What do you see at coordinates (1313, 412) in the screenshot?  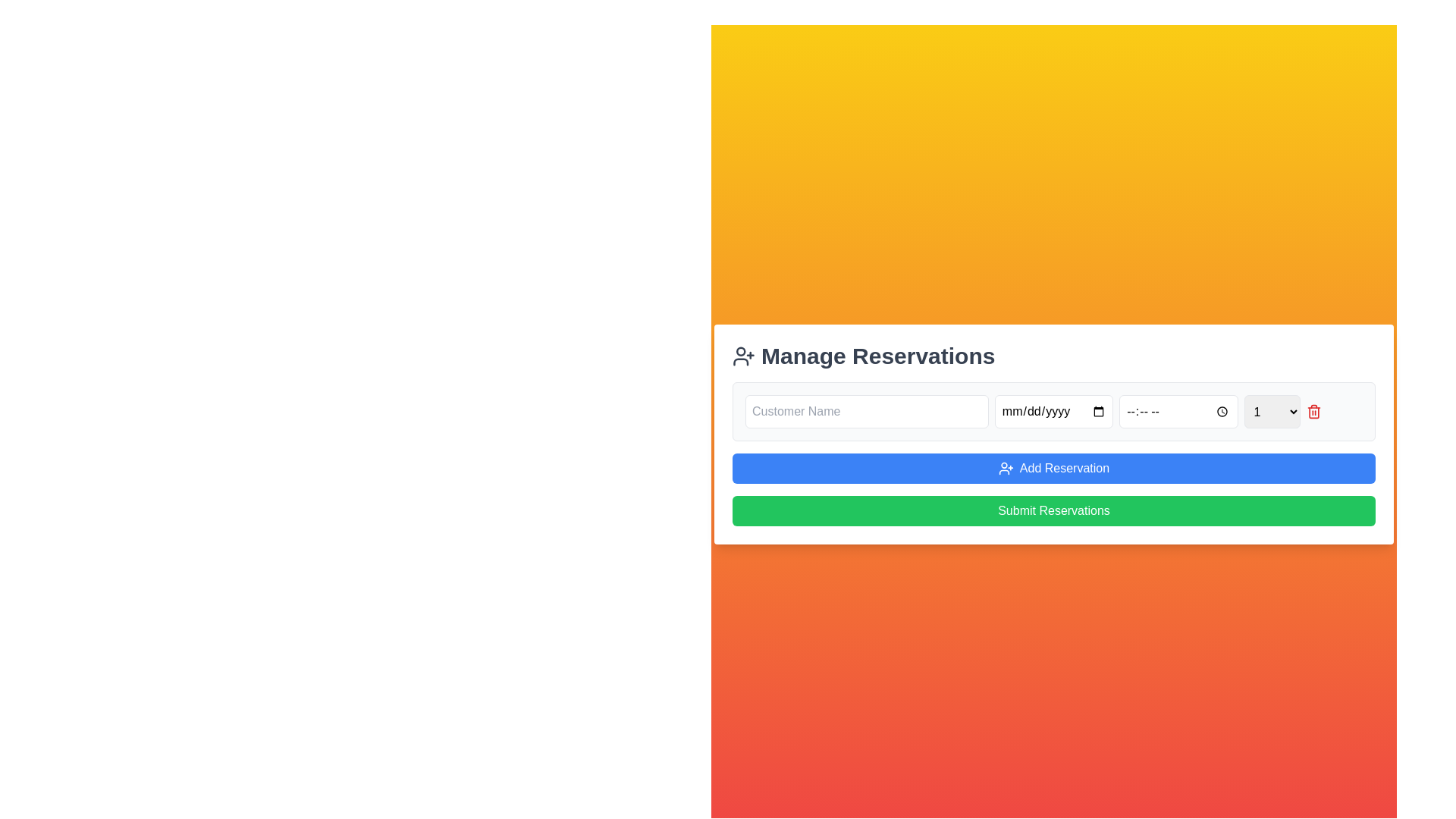 I see `the delete Icon Button located in the top-right corner of the form interface` at bounding box center [1313, 412].